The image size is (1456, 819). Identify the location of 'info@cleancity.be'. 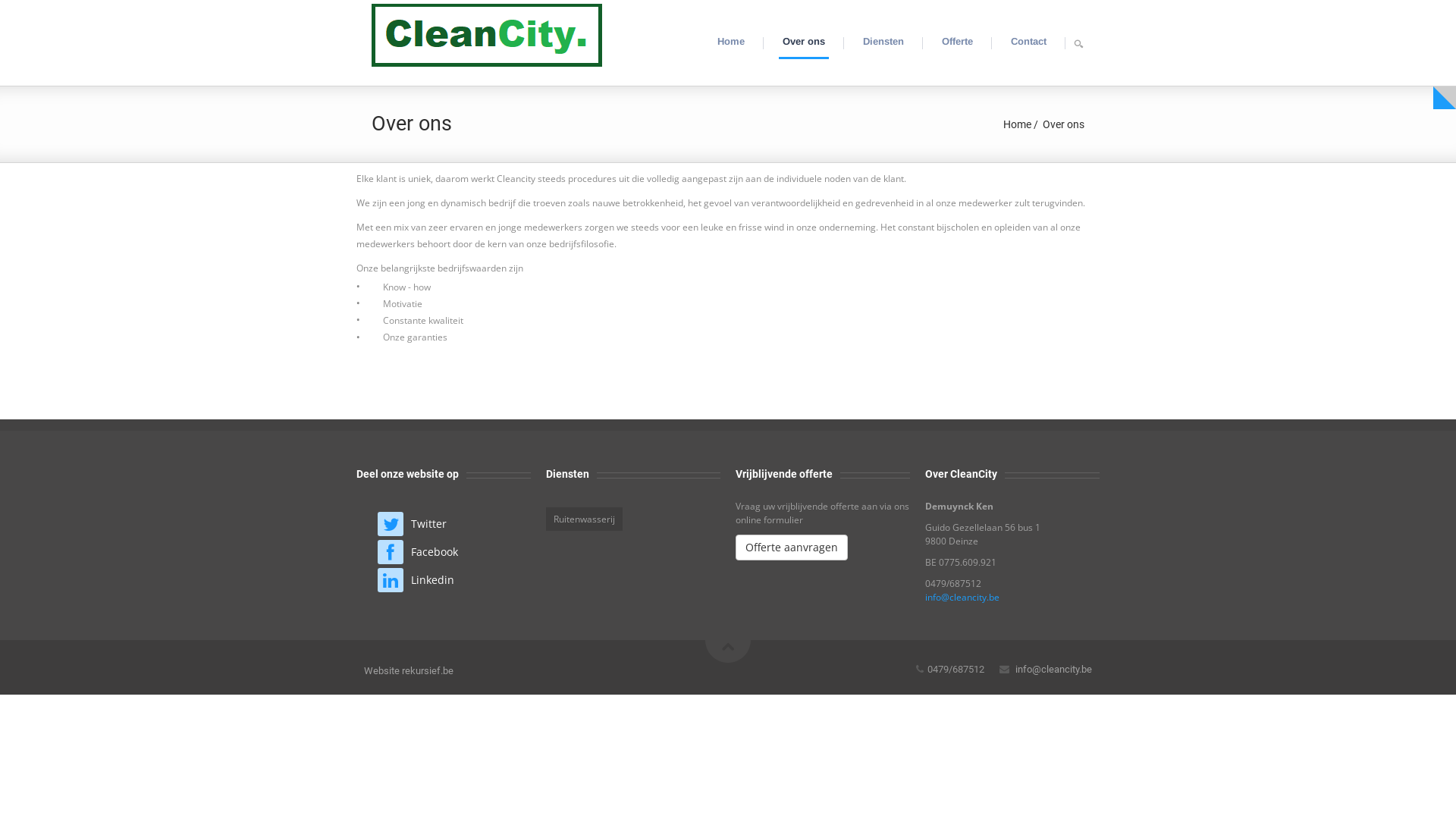
(1053, 668).